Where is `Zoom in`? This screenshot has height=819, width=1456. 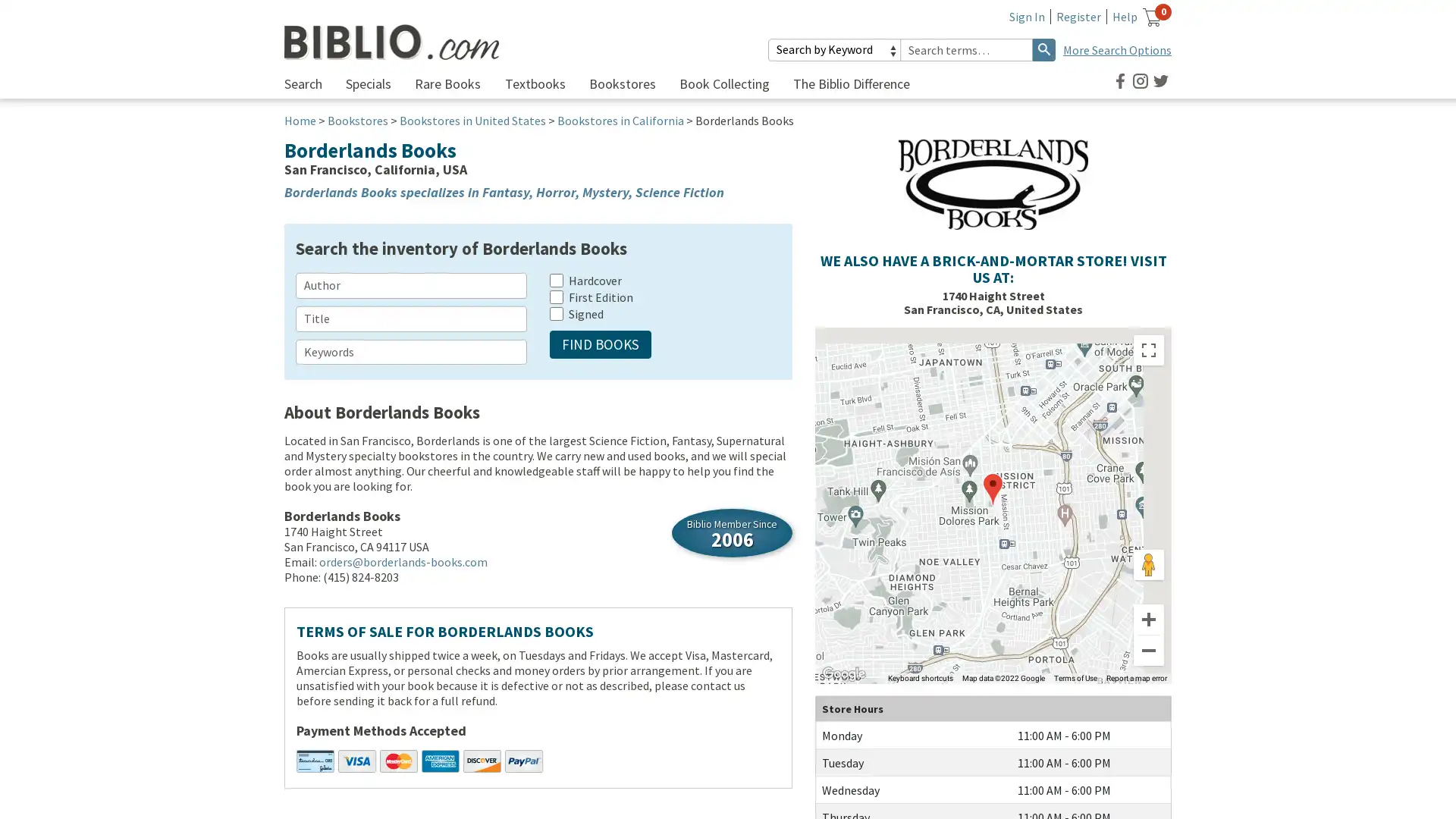
Zoom in is located at coordinates (1149, 620).